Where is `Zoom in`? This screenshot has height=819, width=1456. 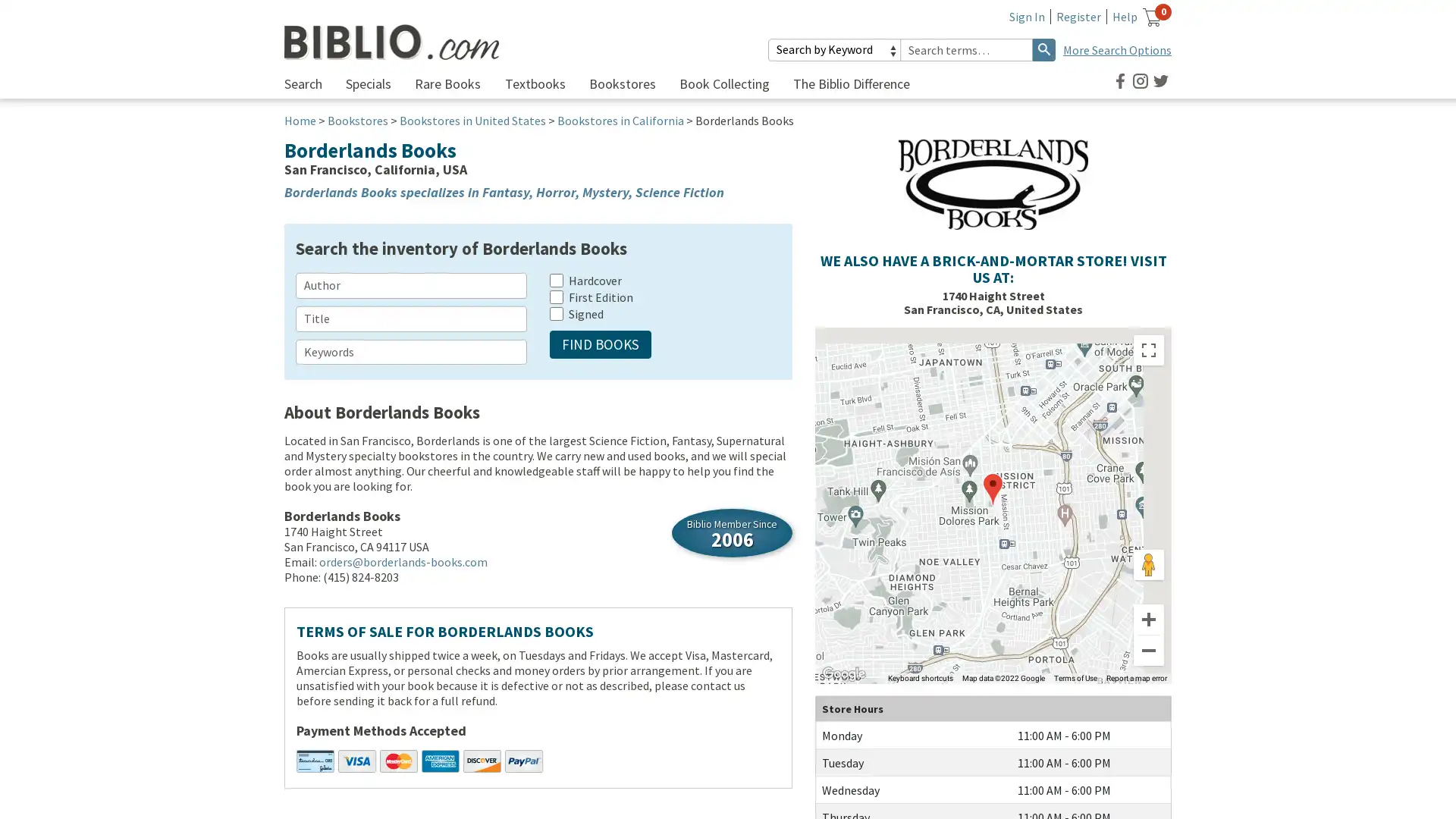
Zoom in is located at coordinates (1149, 620).